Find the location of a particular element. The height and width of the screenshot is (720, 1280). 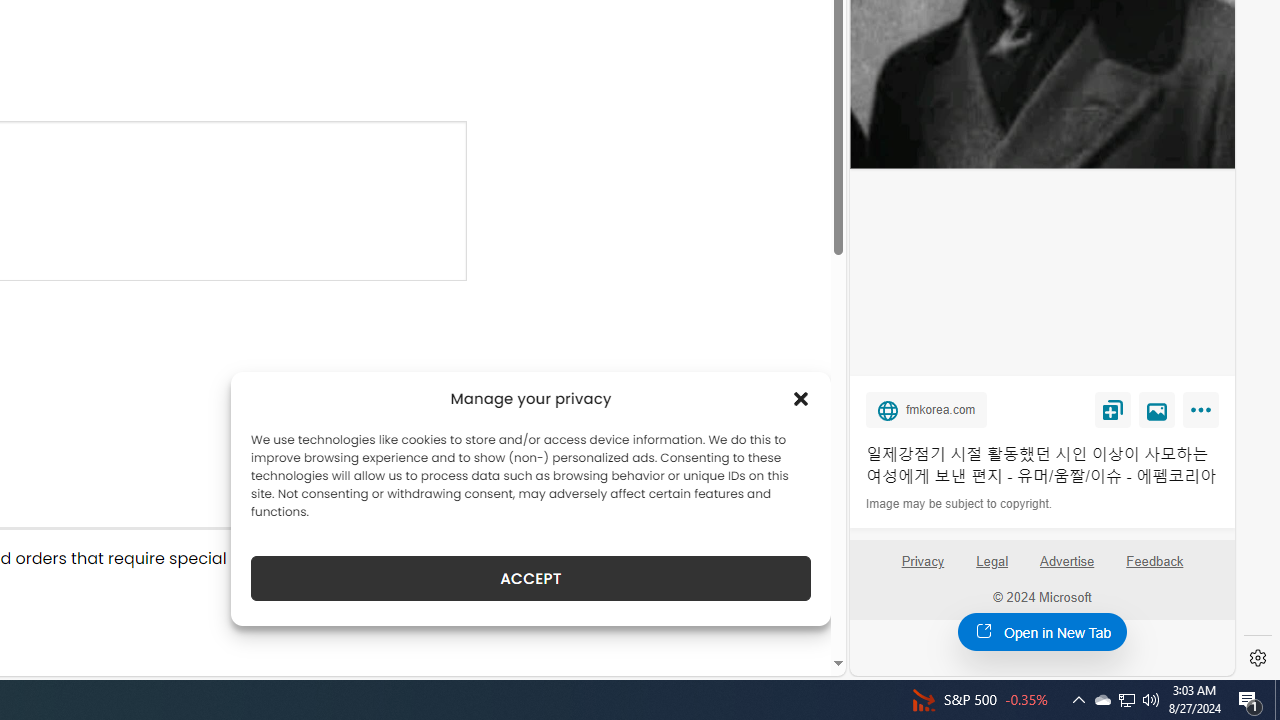

'View image' is located at coordinates (1157, 408).